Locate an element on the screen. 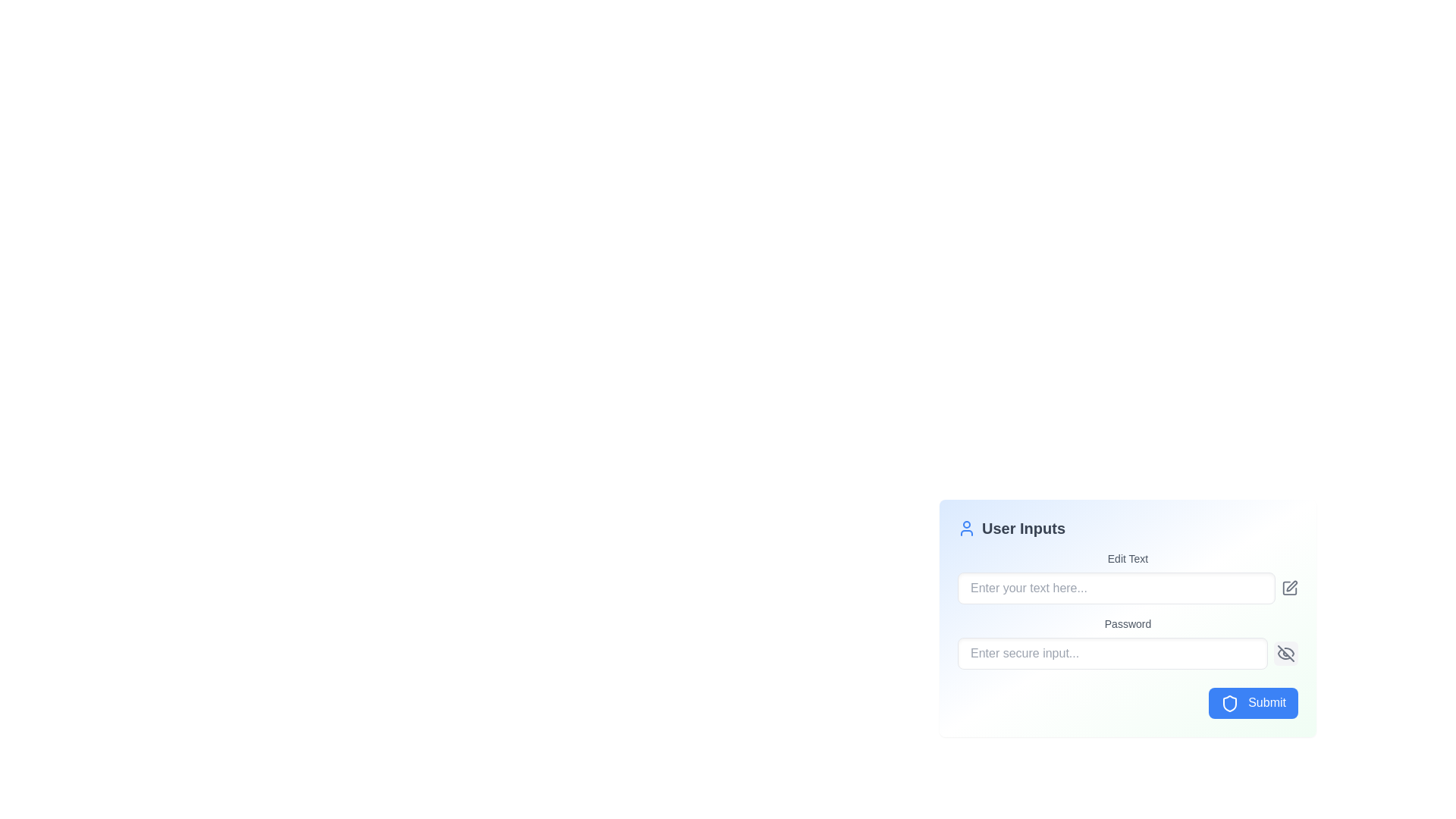  the password label located within the modal box, which indicates the expected content for the password input field below it is located at coordinates (1128, 618).